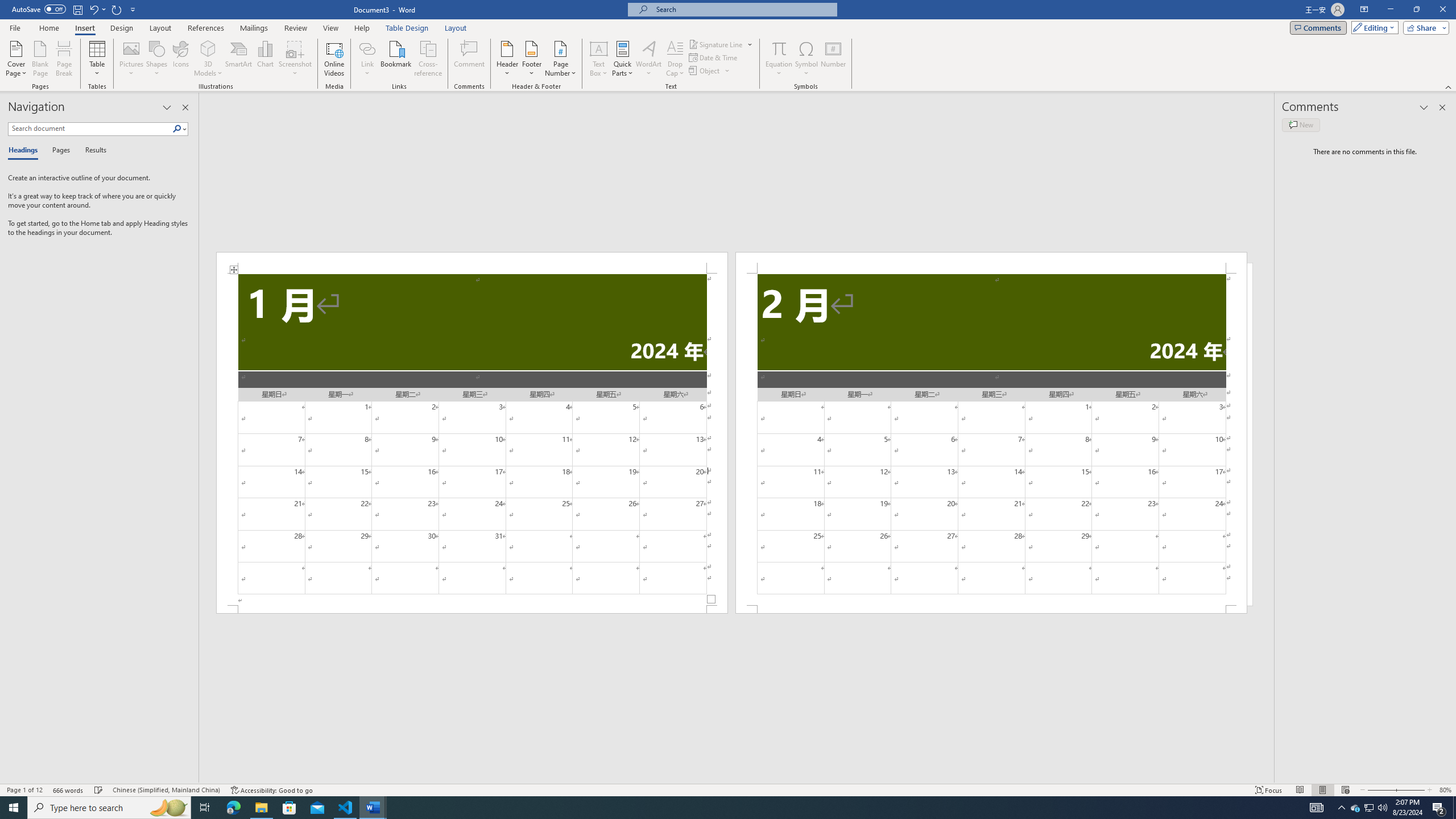 This screenshot has width=1456, height=819. I want to click on 'Share', so click(1423, 27).